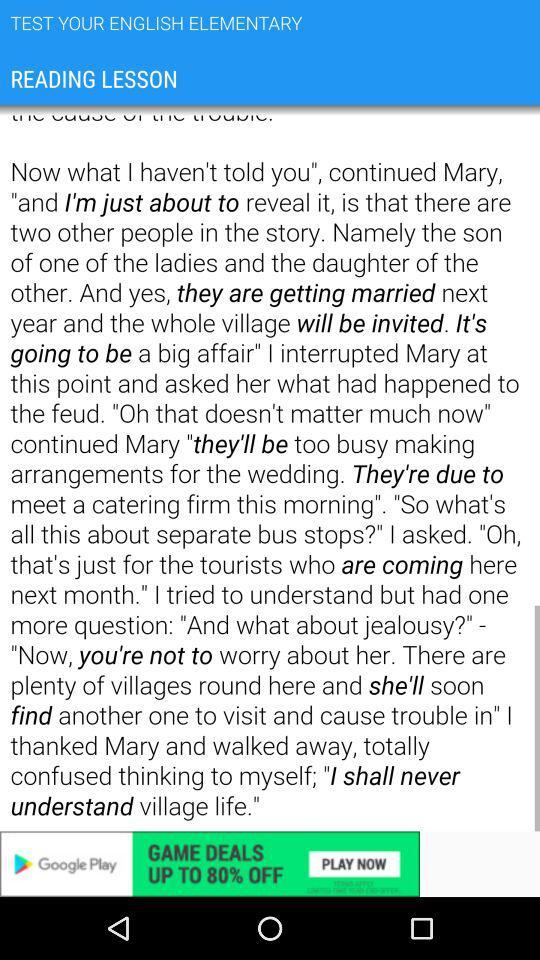 This screenshot has height=960, width=540. I want to click on variable advertisement, so click(270, 863).